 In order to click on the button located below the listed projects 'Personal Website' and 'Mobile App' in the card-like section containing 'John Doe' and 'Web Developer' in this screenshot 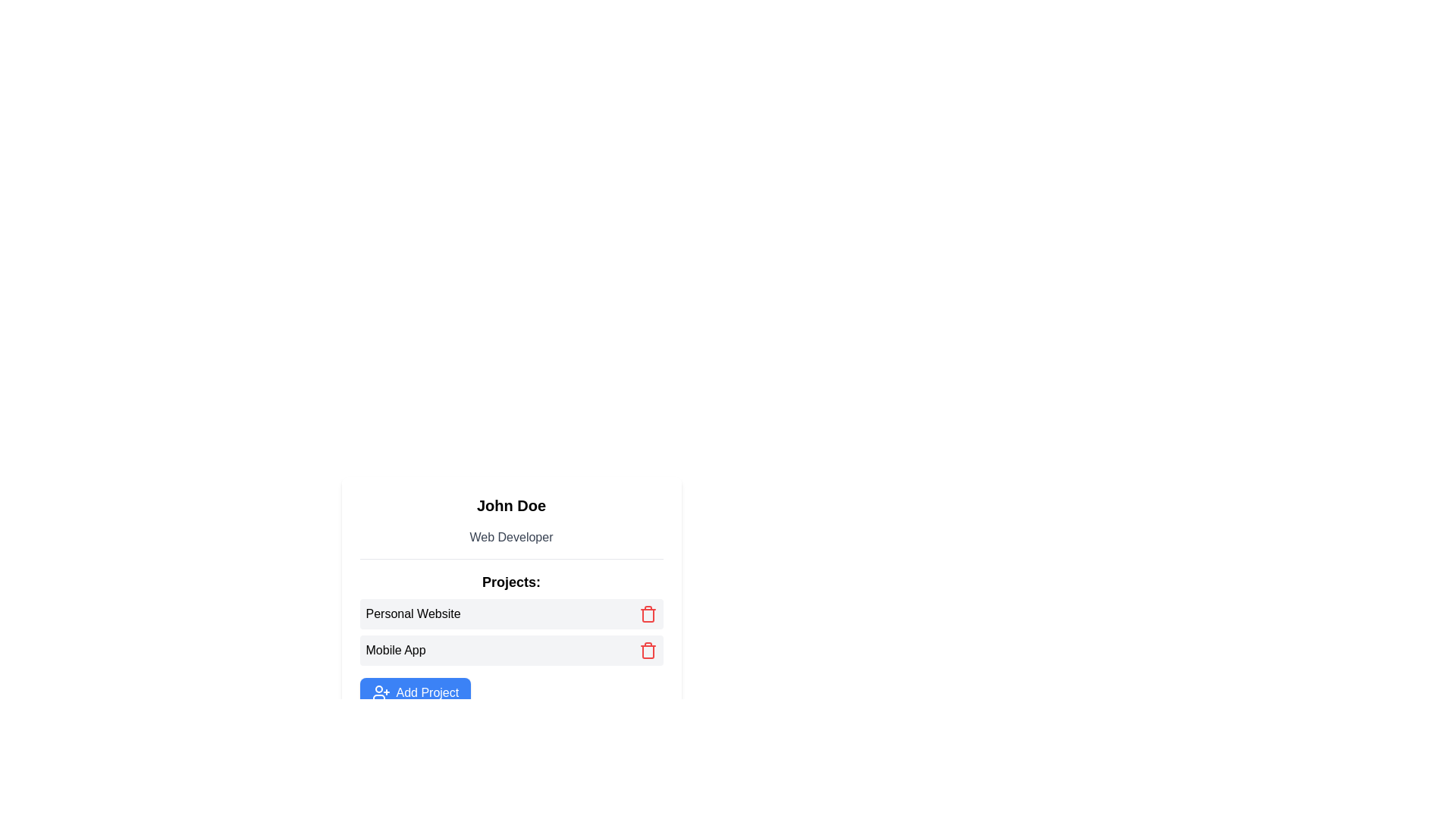, I will do `click(415, 693)`.